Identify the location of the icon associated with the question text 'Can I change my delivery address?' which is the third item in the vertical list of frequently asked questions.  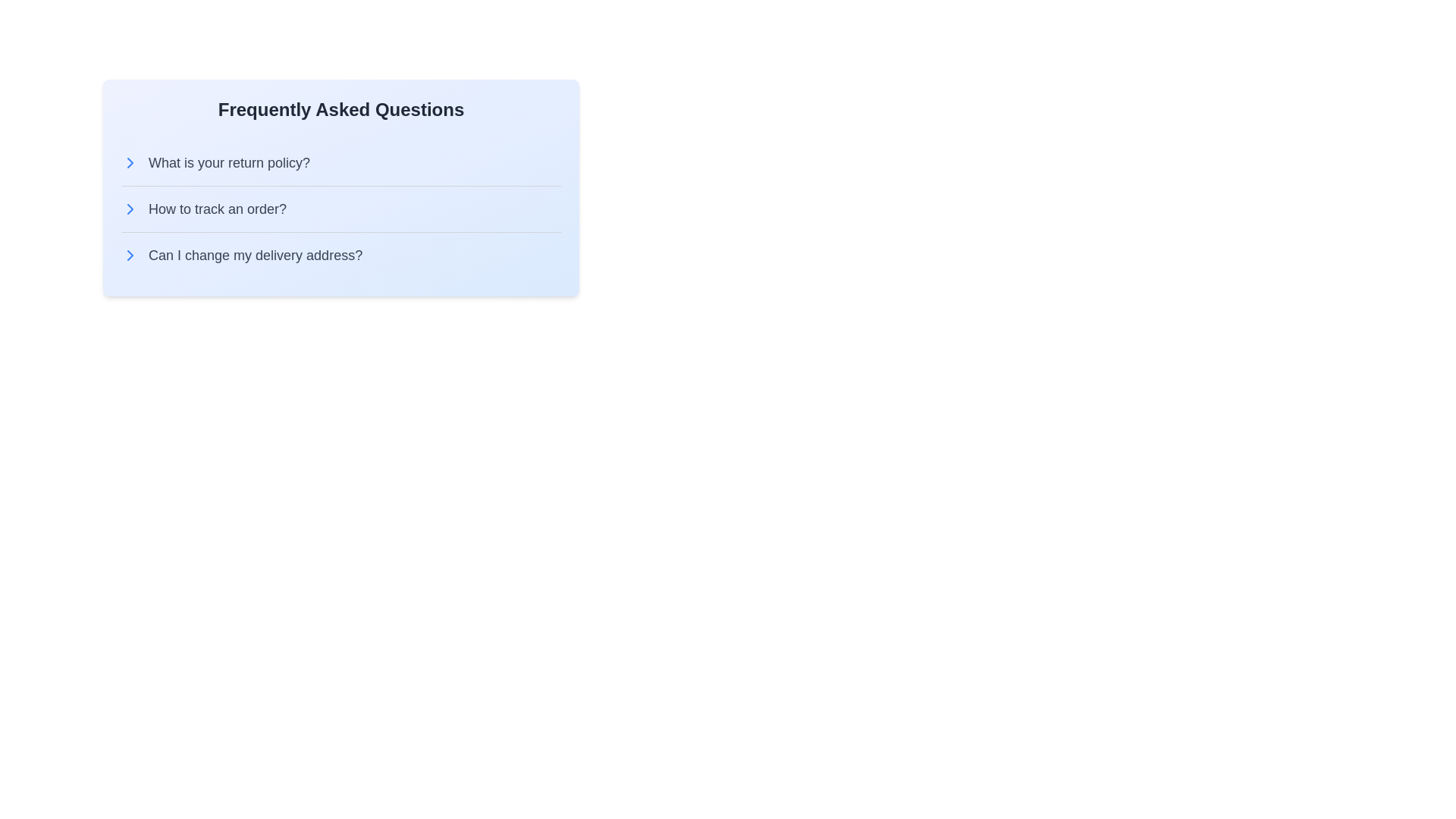
(130, 254).